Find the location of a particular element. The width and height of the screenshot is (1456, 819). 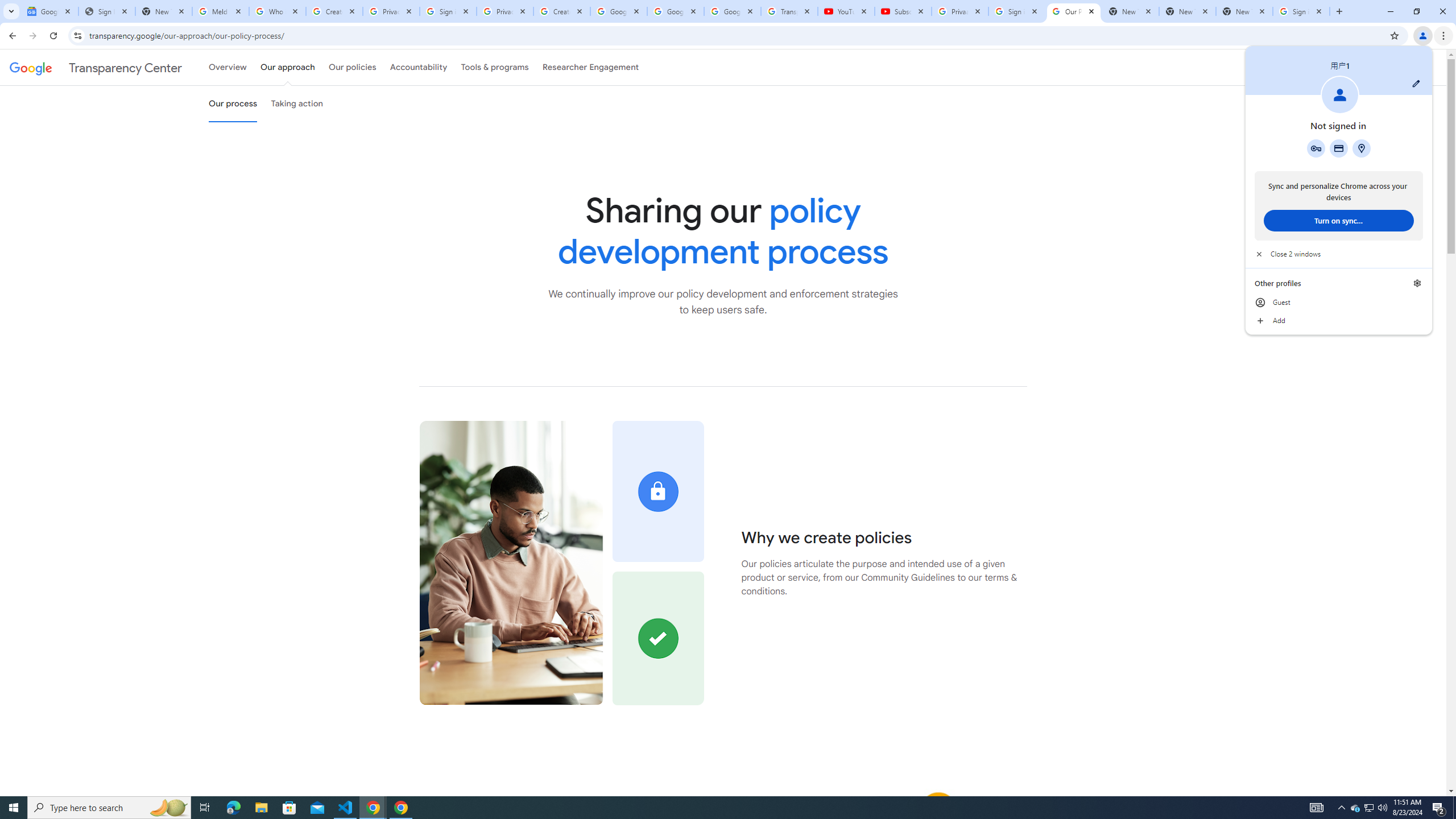

'Start' is located at coordinates (14, 806).